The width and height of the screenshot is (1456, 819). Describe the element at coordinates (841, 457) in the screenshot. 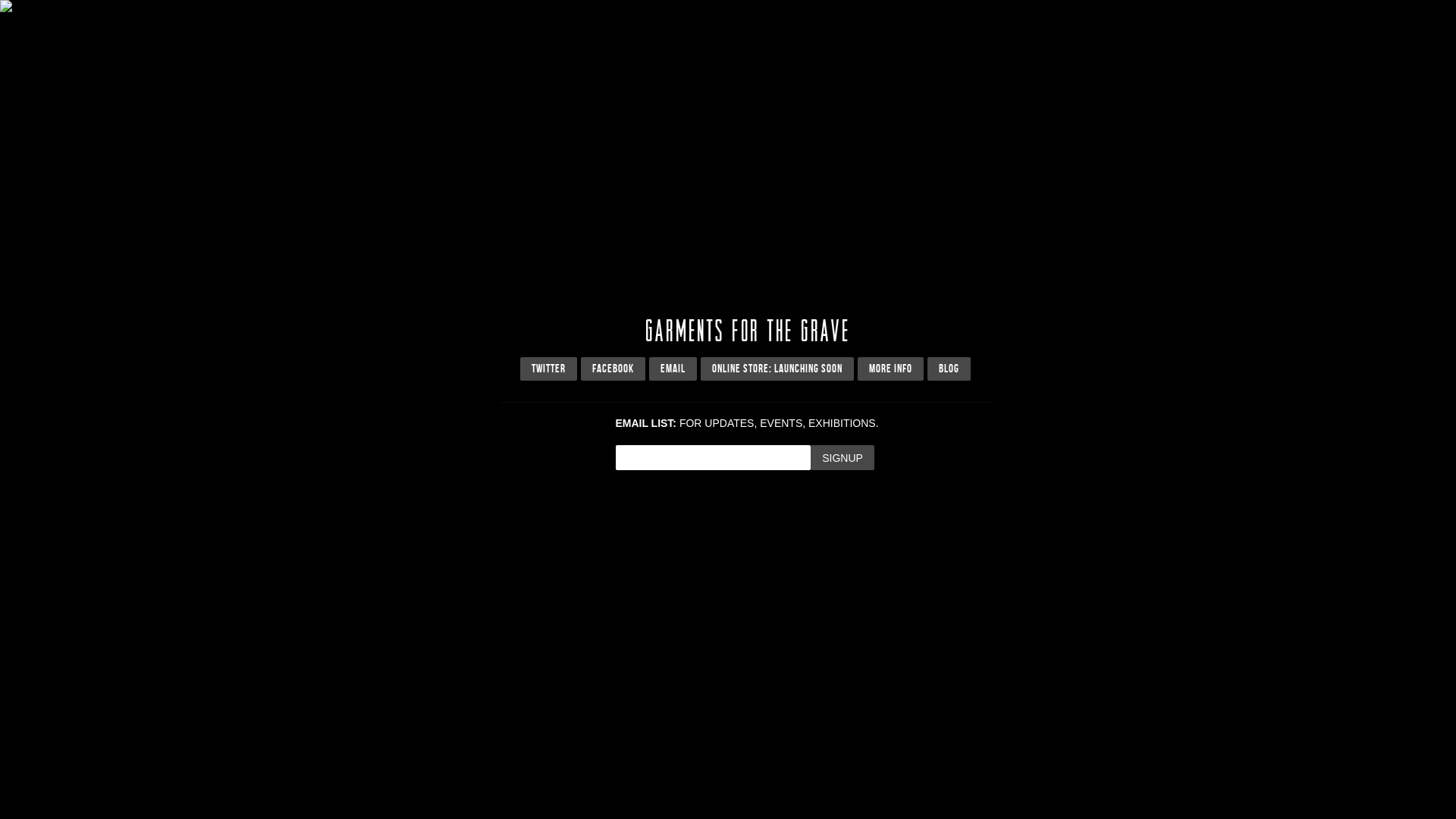

I see `'Signup'` at that location.